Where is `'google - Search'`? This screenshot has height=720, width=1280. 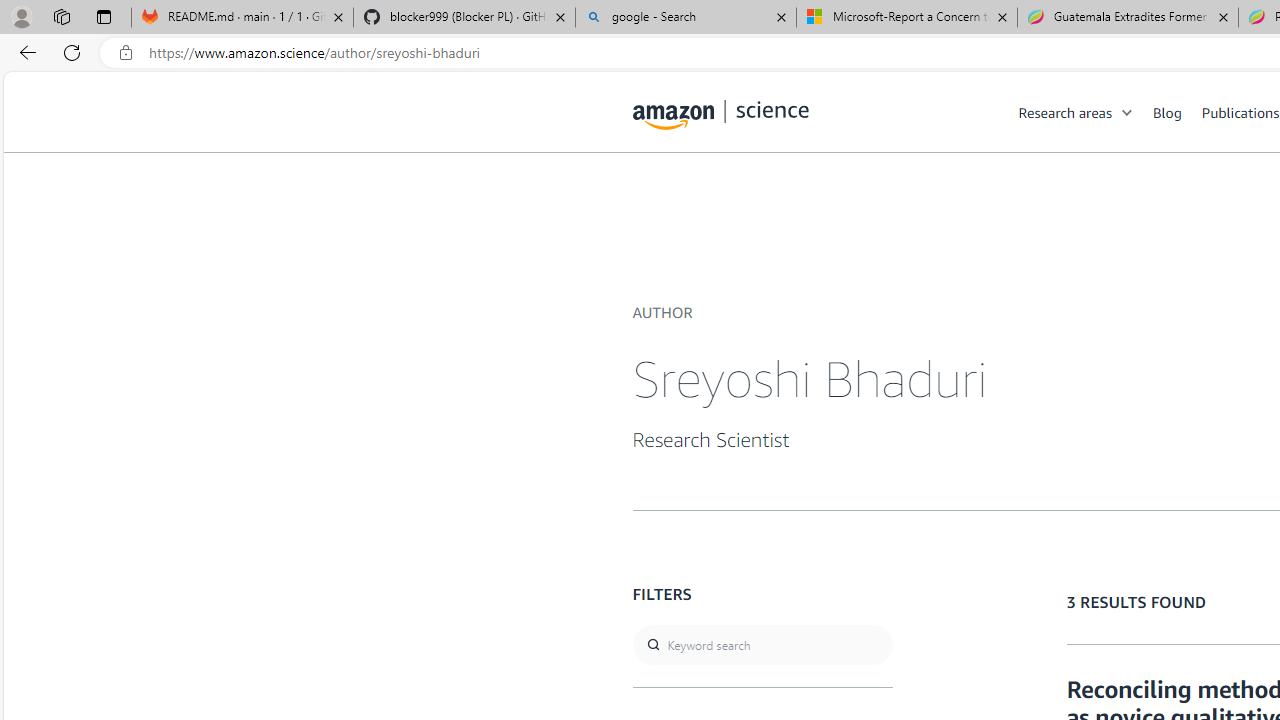 'google - Search' is located at coordinates (686, 17).